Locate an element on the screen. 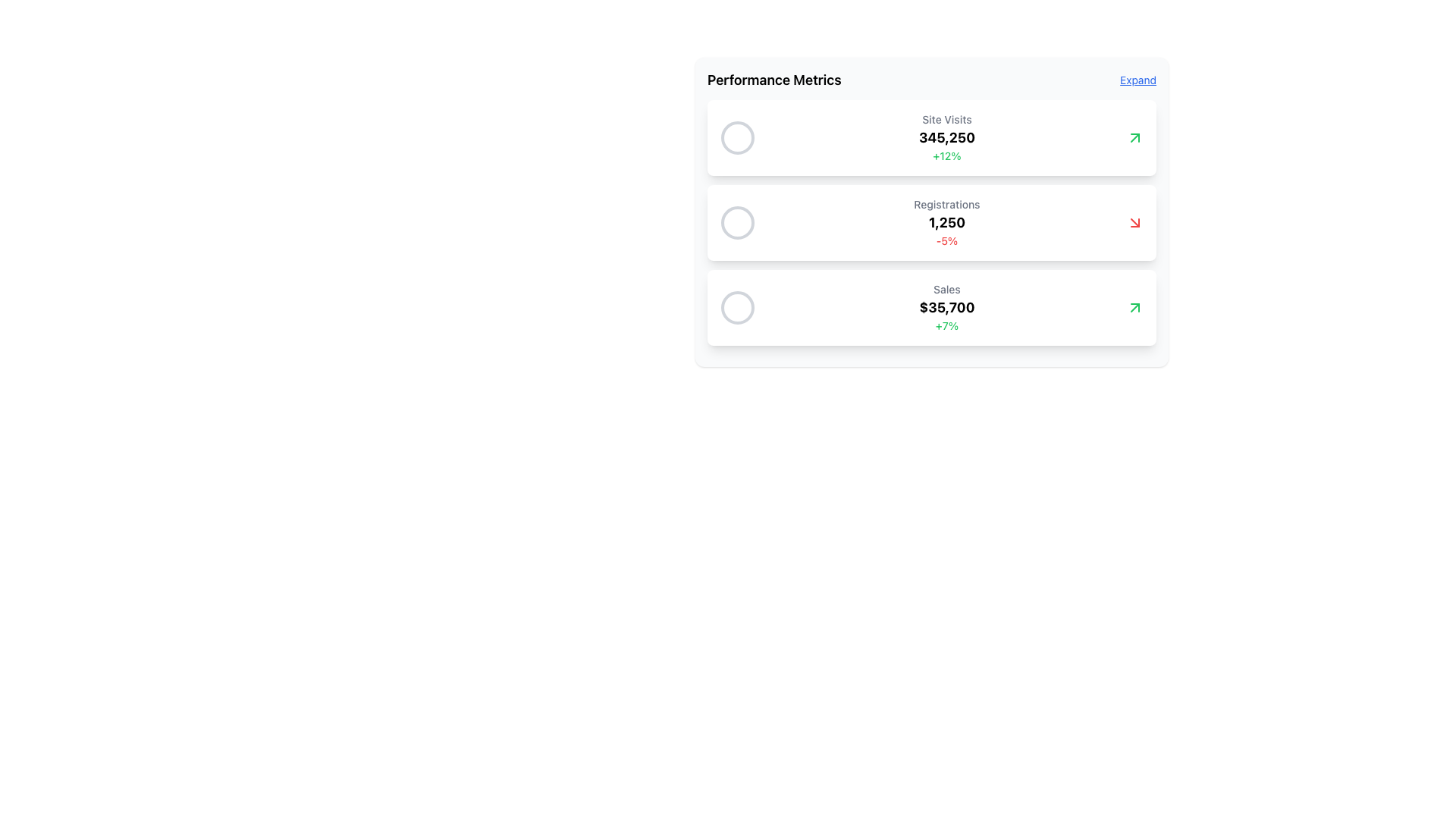 The height and width of the screenshot is (819, 1456). the Text Label displaying the sales figure '$35,700' in the 'Performance Metrics' section, which is located at the center of the bottom-most card is located at coordinates (946, 307).